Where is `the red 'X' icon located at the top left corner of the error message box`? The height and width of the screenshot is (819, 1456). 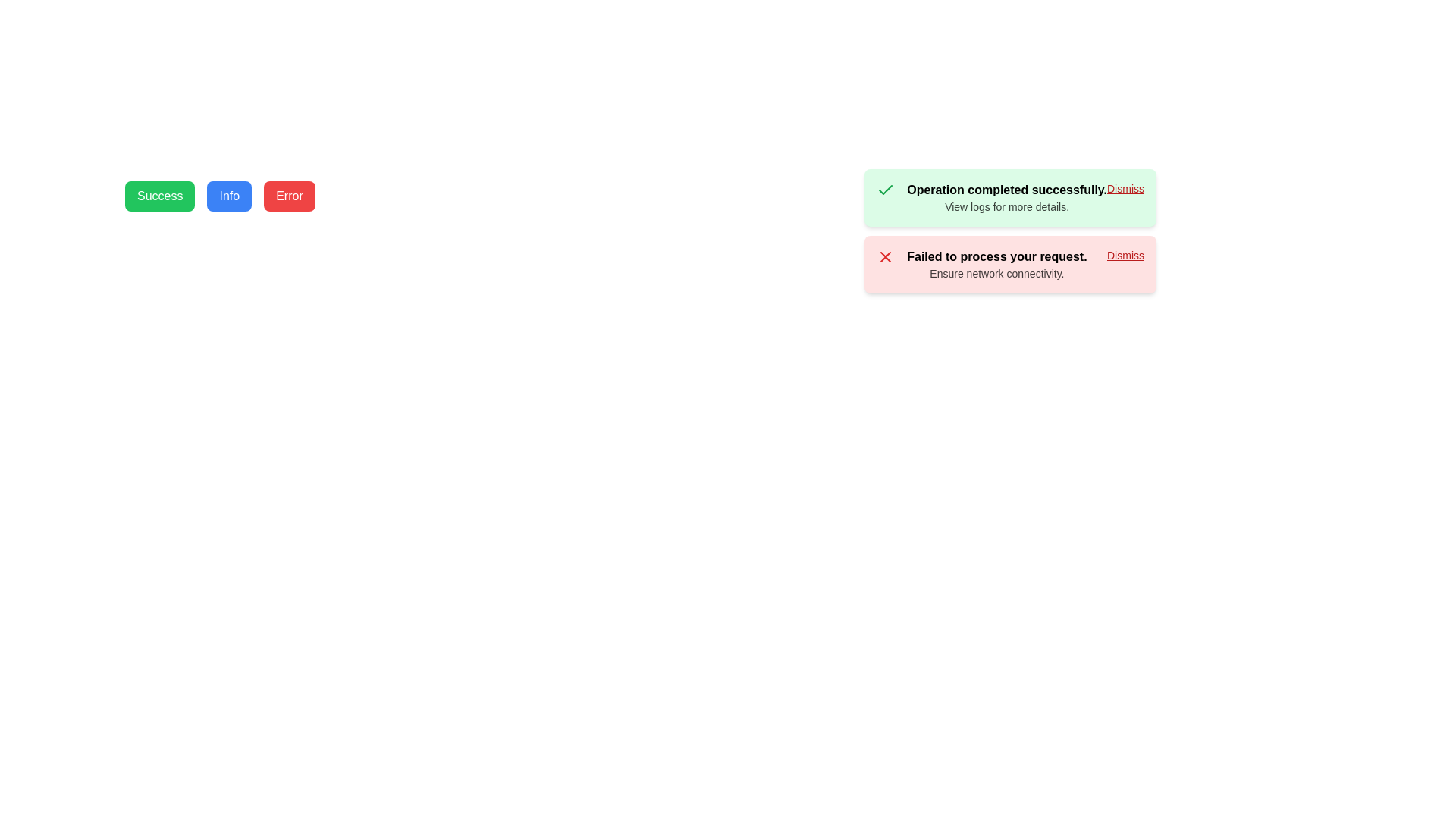 the red 'X' icon located at the top left corner of the error message box is located at coordinates (886, 256).